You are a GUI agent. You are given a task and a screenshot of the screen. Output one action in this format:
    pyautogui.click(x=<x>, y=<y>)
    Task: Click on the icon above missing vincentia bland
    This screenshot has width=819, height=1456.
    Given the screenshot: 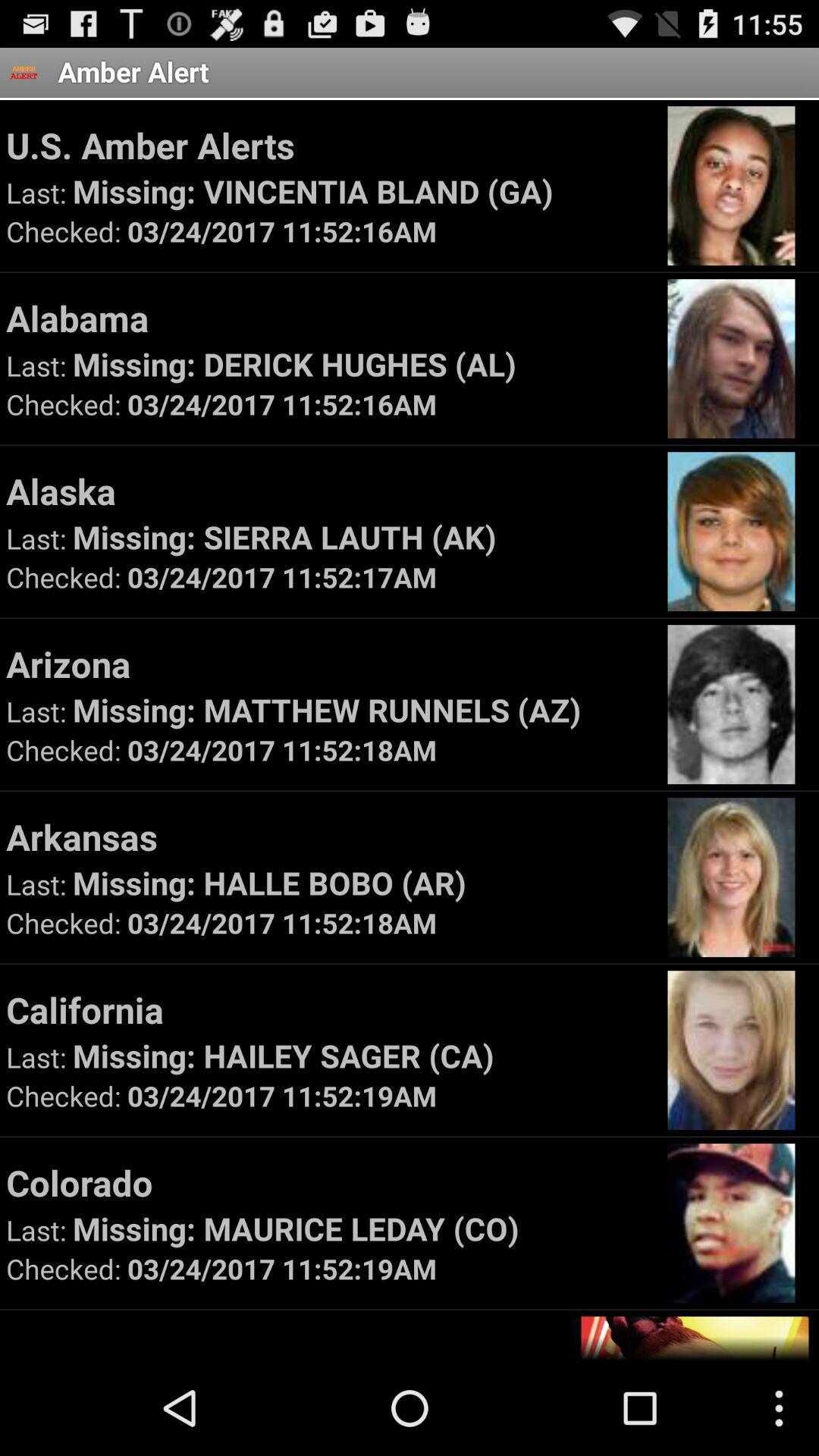 What is the action you would take?
    pyautogui.click(x=329, y=145)
    